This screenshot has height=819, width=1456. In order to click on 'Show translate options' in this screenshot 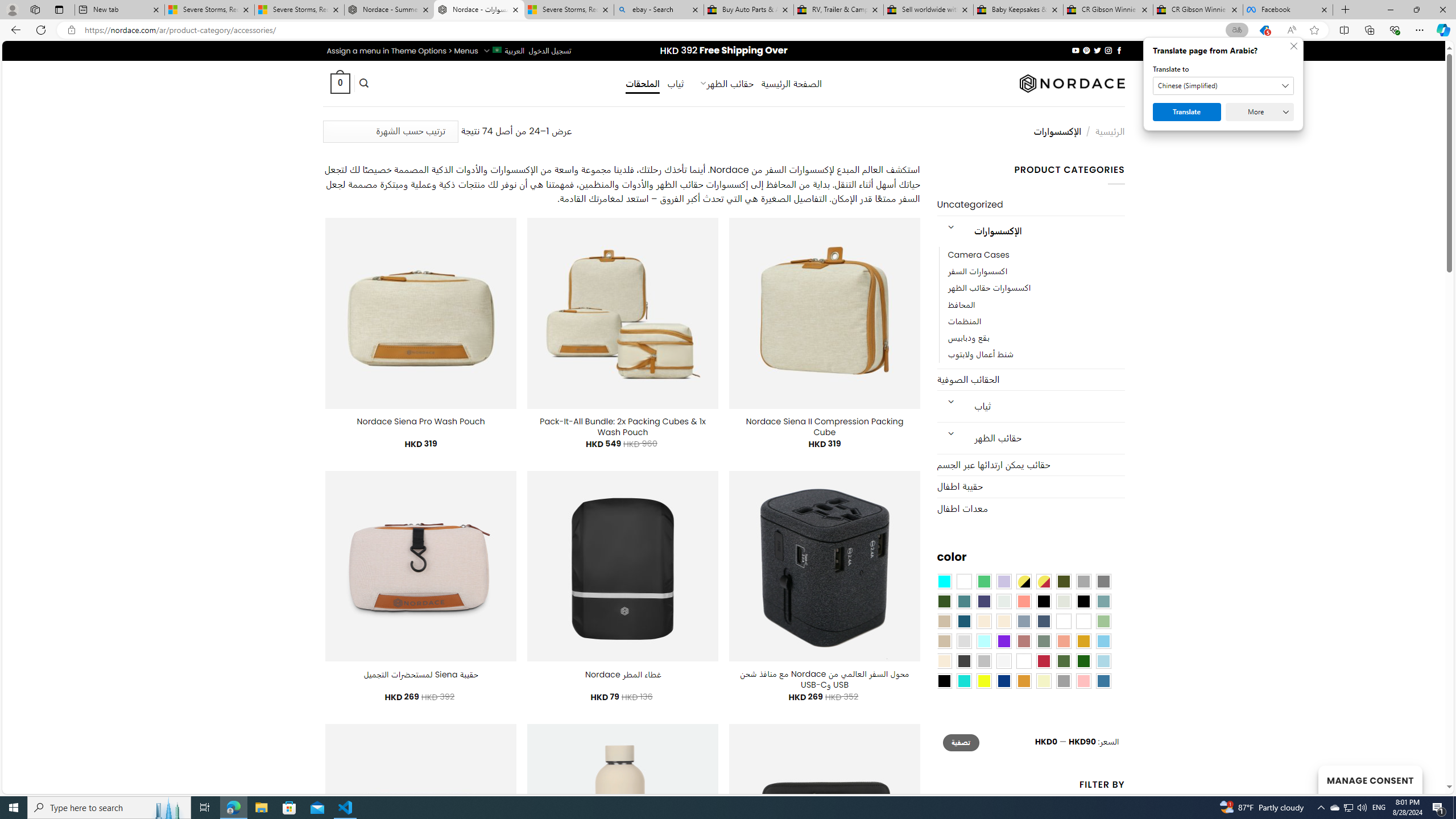, I will do `click(1236, 30)`.